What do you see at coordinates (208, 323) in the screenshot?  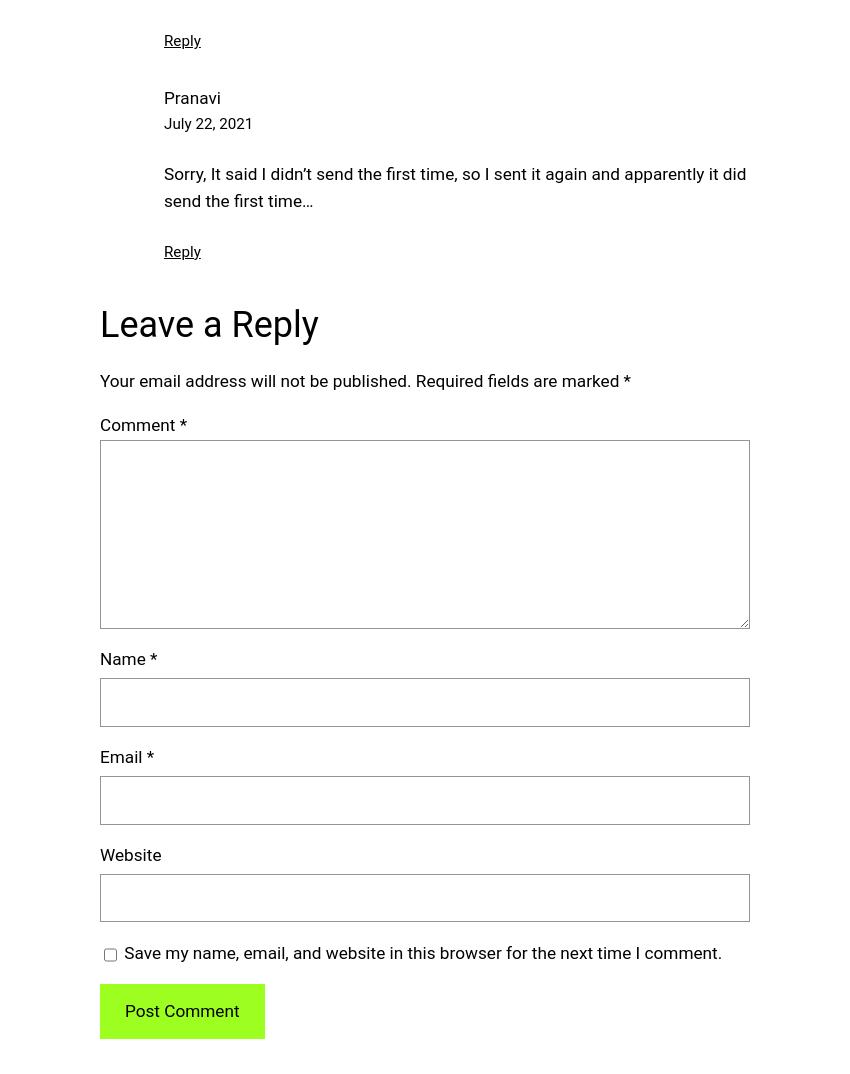 I see `'Leave a Reply'` at bounding box center [208, 323].